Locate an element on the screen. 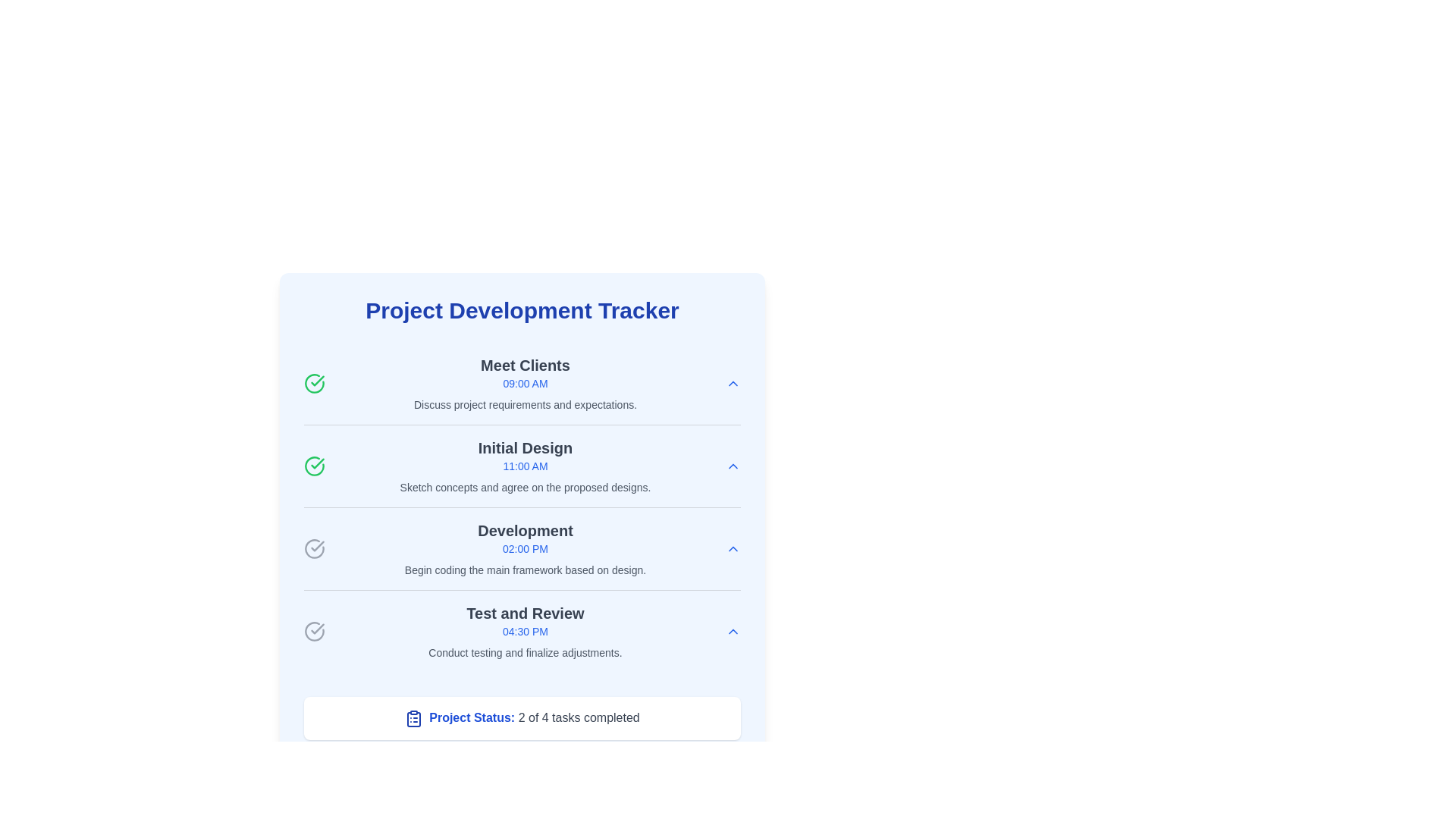 Image resolution: width=1456 pixels, height=819 pixels. the fourth task card titled 'Test and Review' is located at coordinates (522, 631).